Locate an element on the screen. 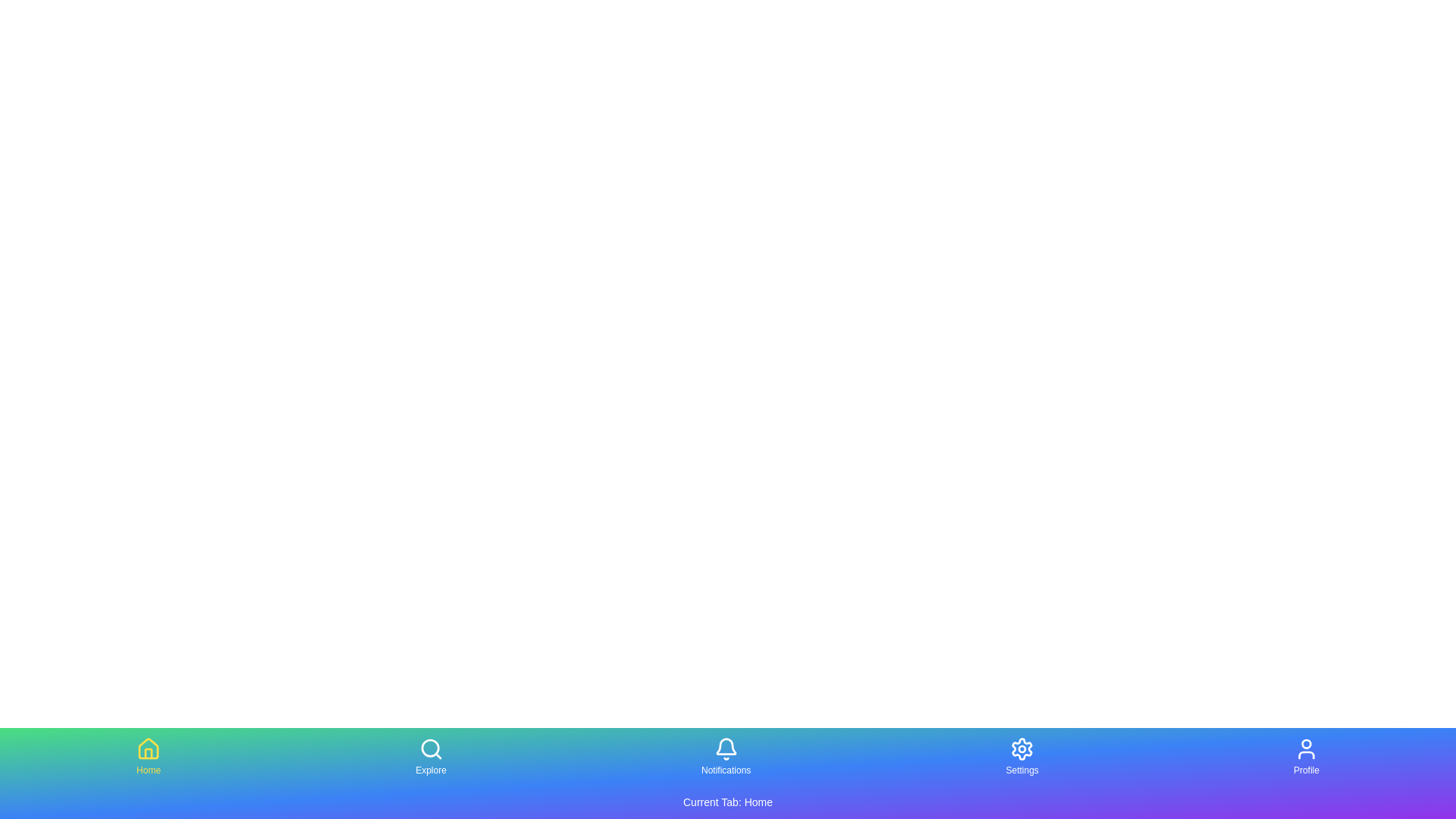 Image resolution: width=1456 pixels, height=819 pixels. the tab labeled Profile to select it is located at coordinates (1305, 757).